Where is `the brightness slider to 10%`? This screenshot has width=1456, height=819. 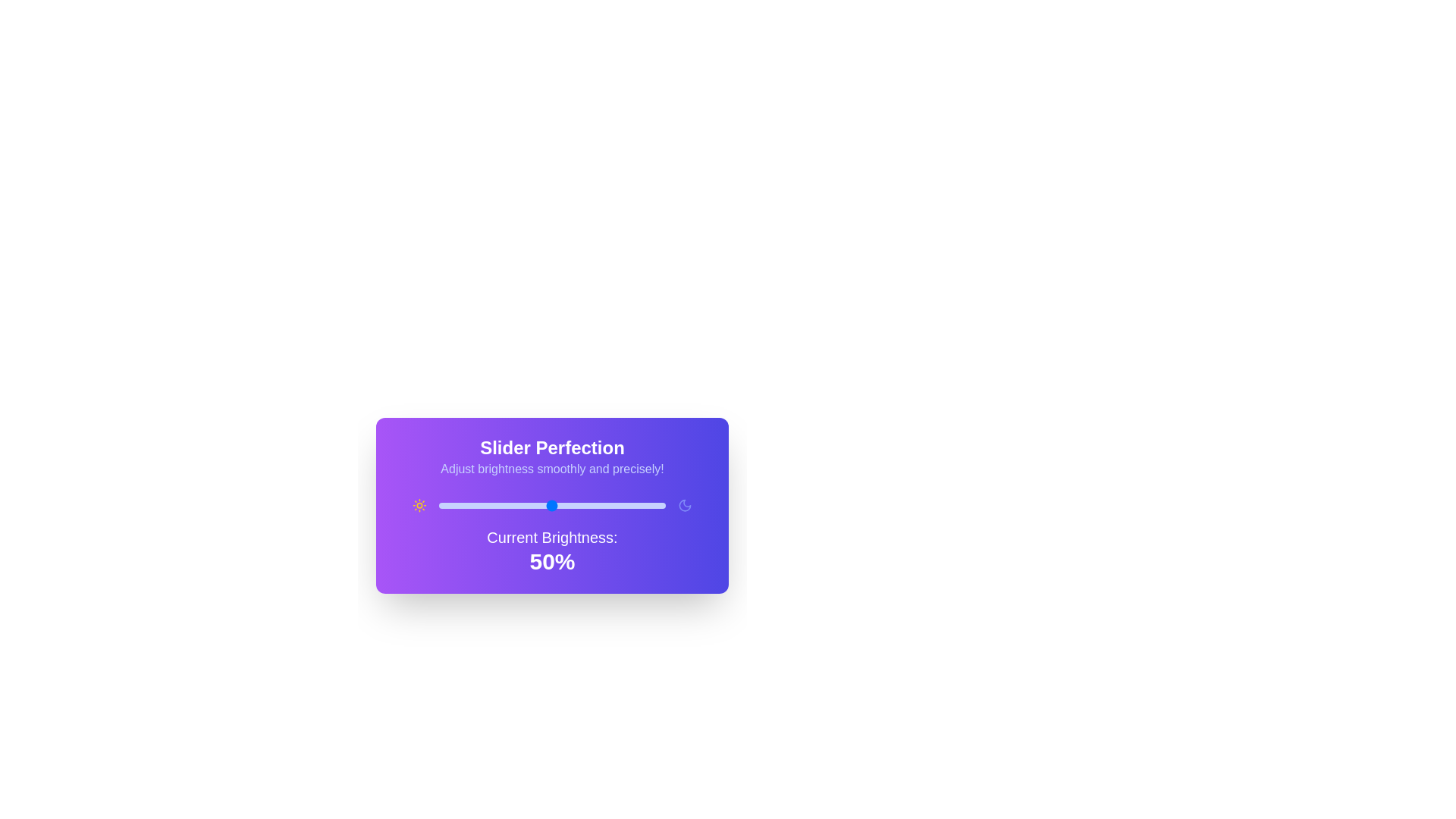 the brightness slider to 10% is located at coordinates (460, 506).